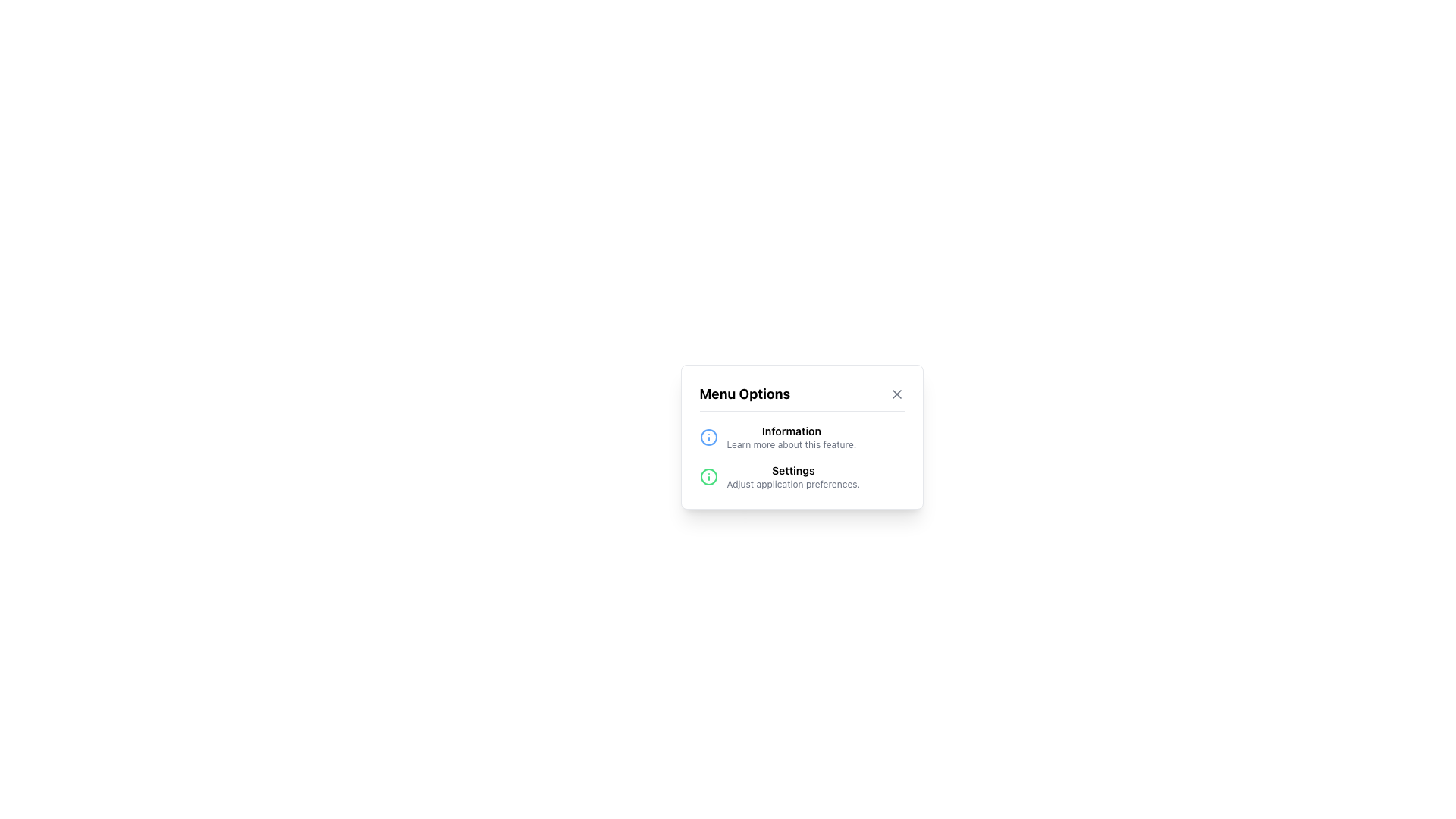 Image resolution: width=1456 pixels, height=819 pixels. What do you see at coordinates (708, 437) in the screenshot?
I see `the circular information icon with a blue color scheme located in the menu section adjacent to the text 'Information'` at bounding box center [708, 437].